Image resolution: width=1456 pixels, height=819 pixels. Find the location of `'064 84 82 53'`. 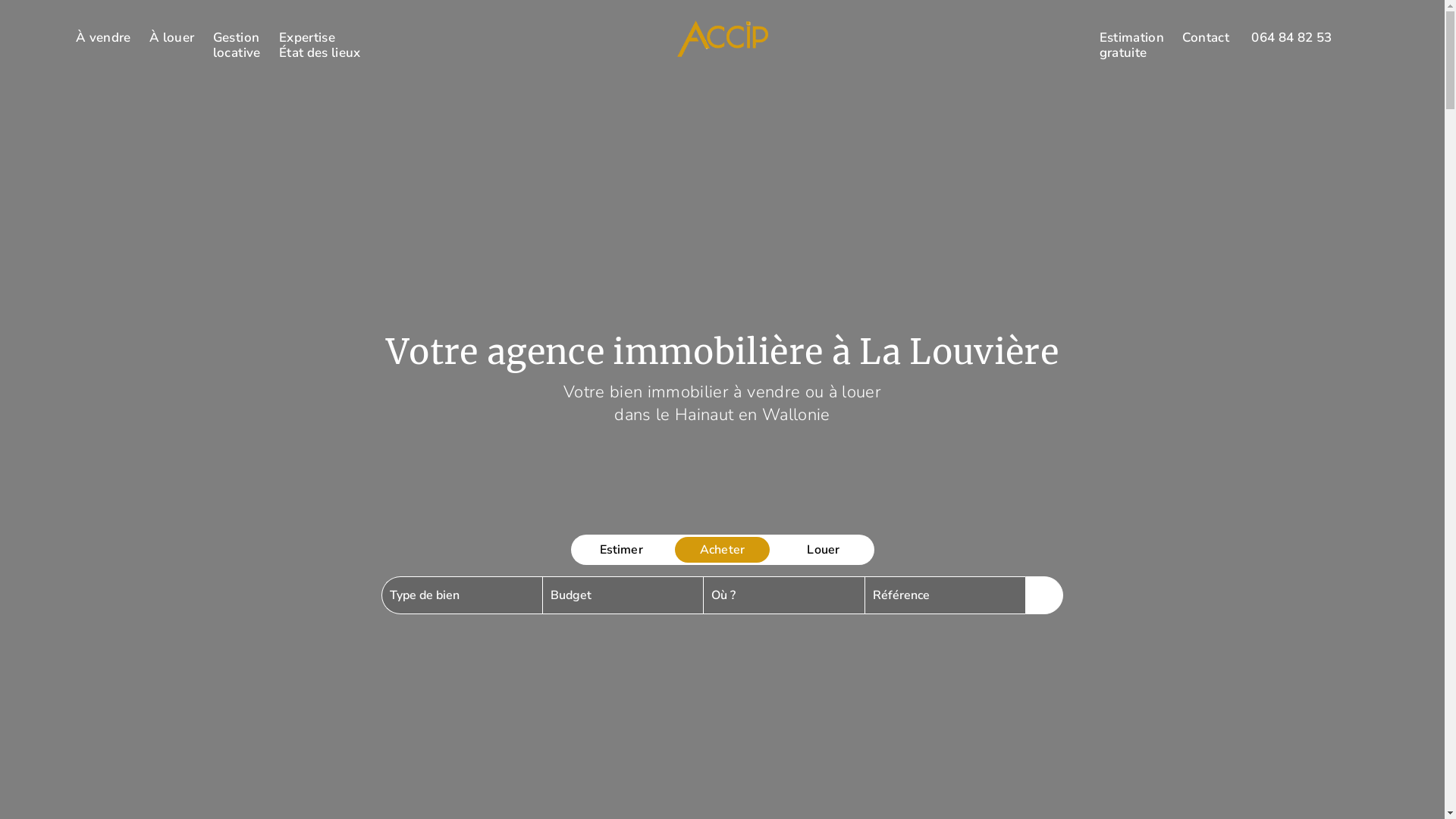

'064 84 82 53' is located at coordinates (1291, 37).